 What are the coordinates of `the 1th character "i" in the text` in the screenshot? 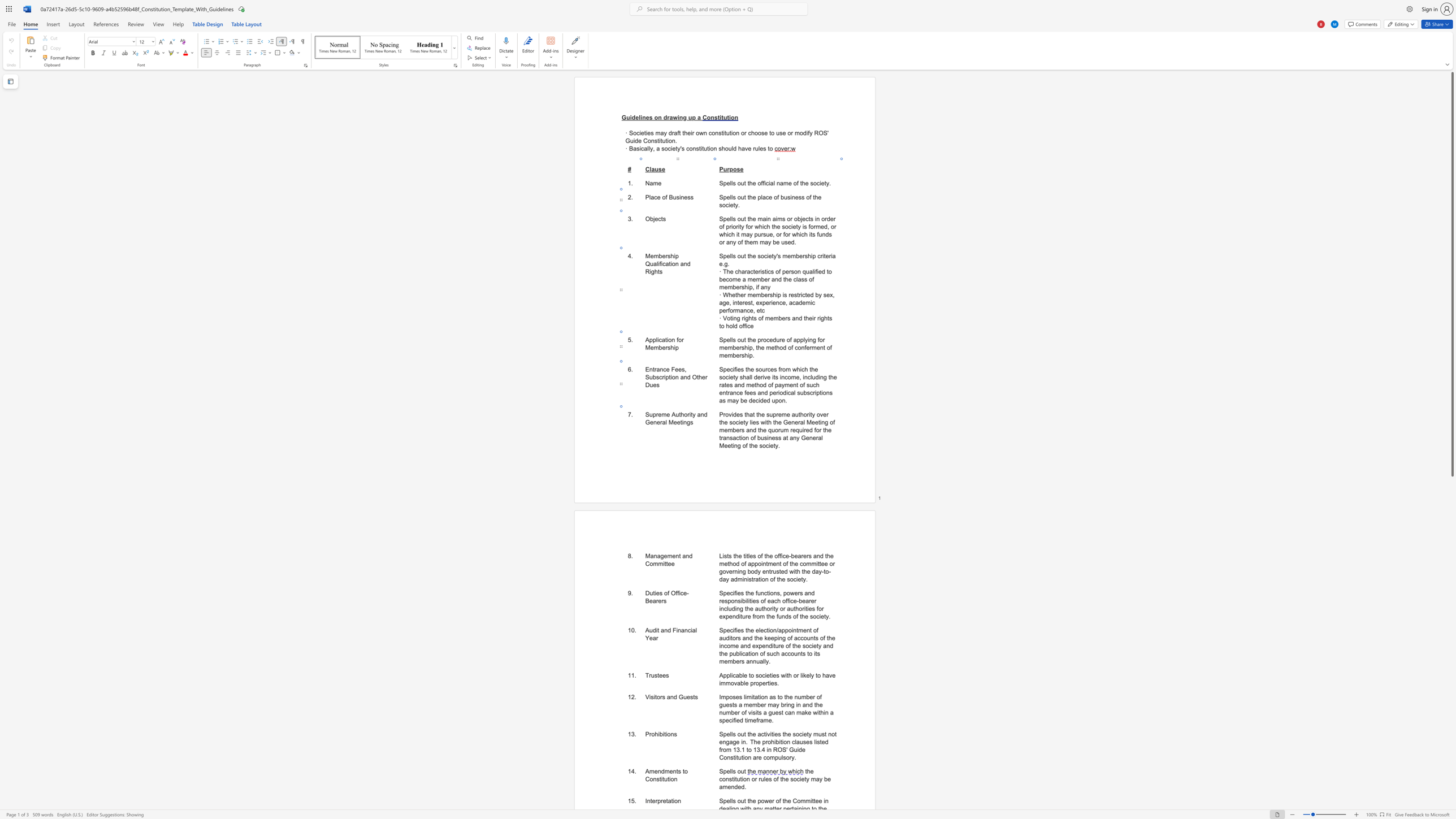 It's located at (663, 563).